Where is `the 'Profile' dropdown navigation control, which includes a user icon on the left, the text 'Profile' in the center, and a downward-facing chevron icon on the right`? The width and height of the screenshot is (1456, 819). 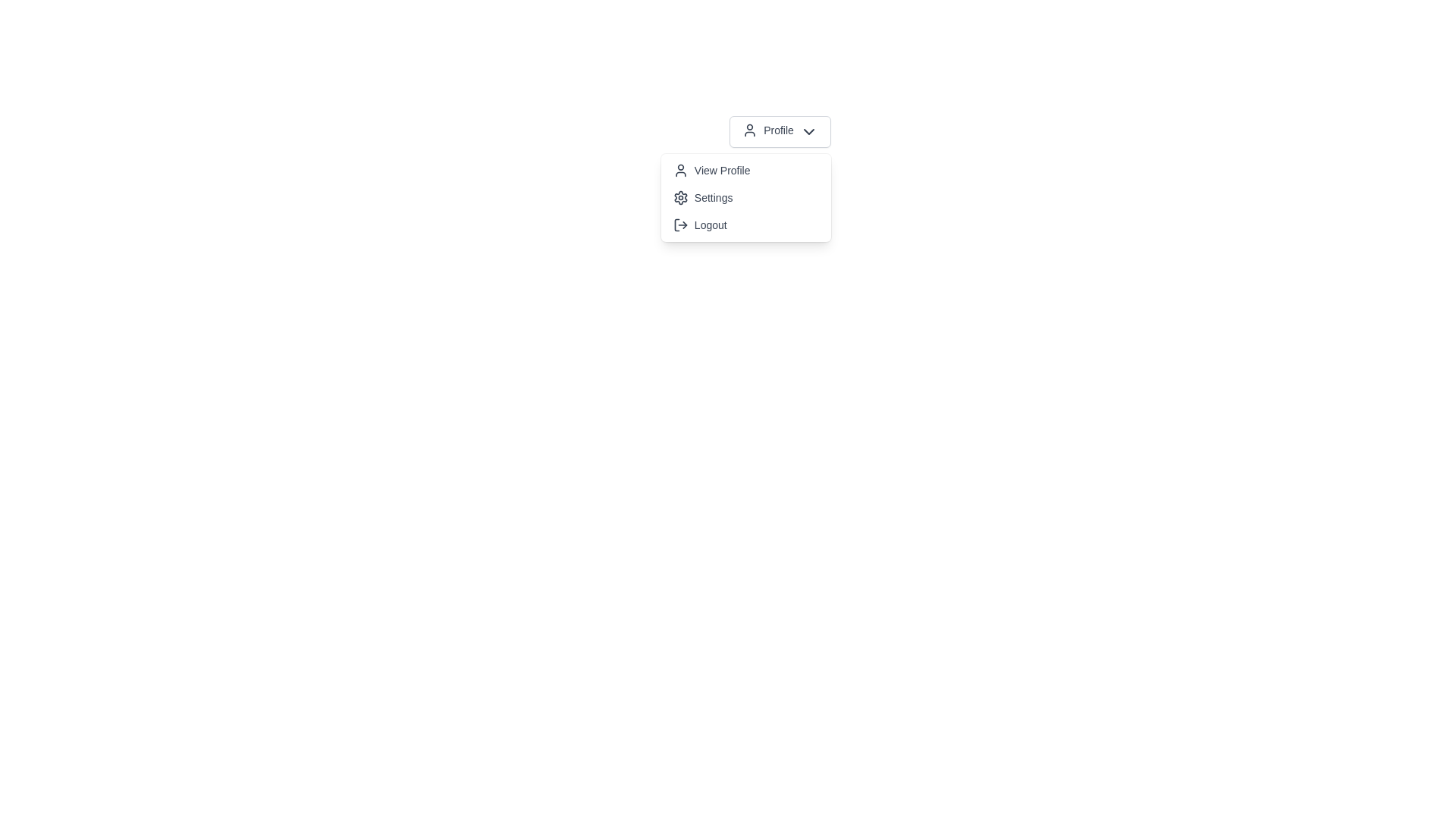
the 'Profile' dropdown navigation control, which includes a user icon on the left, the text 'Profile' in the center, and a downward-facing chevron icon on the right is located at coordinates (780, 130).